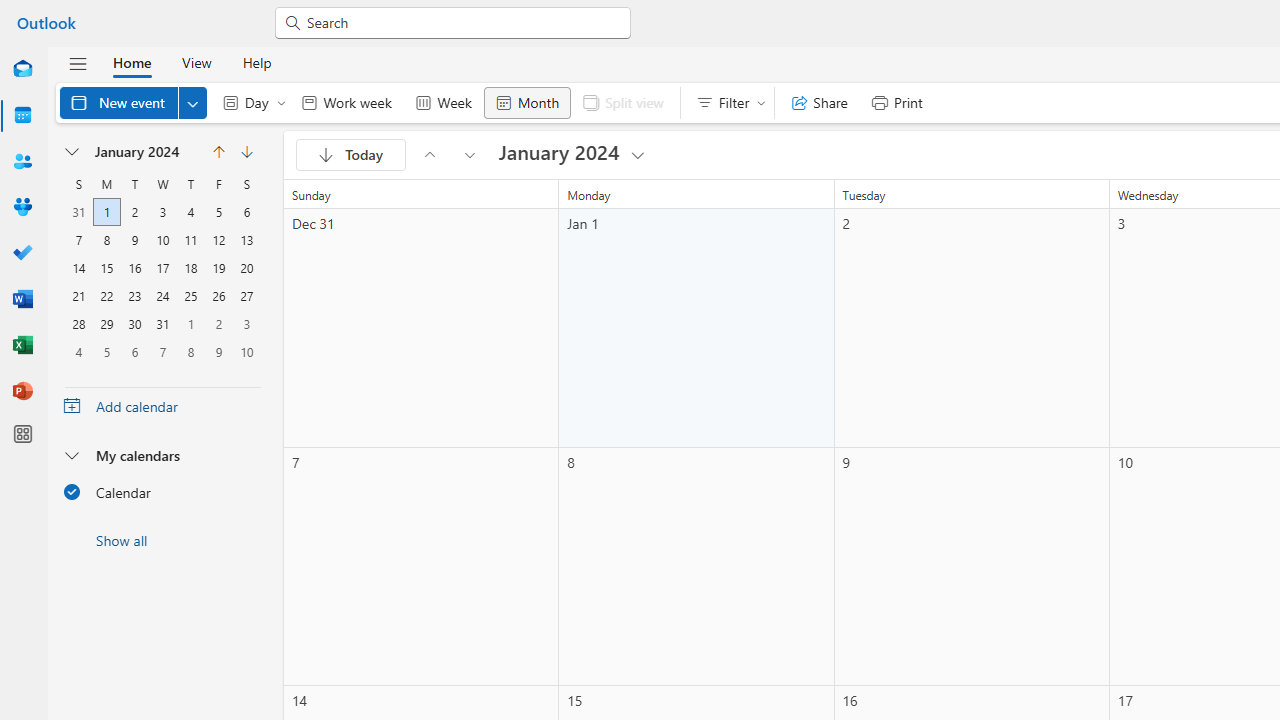  Describe the element at coordinates (162, 296) in the screenshot. I see `'24, January, 2024'` at that location.